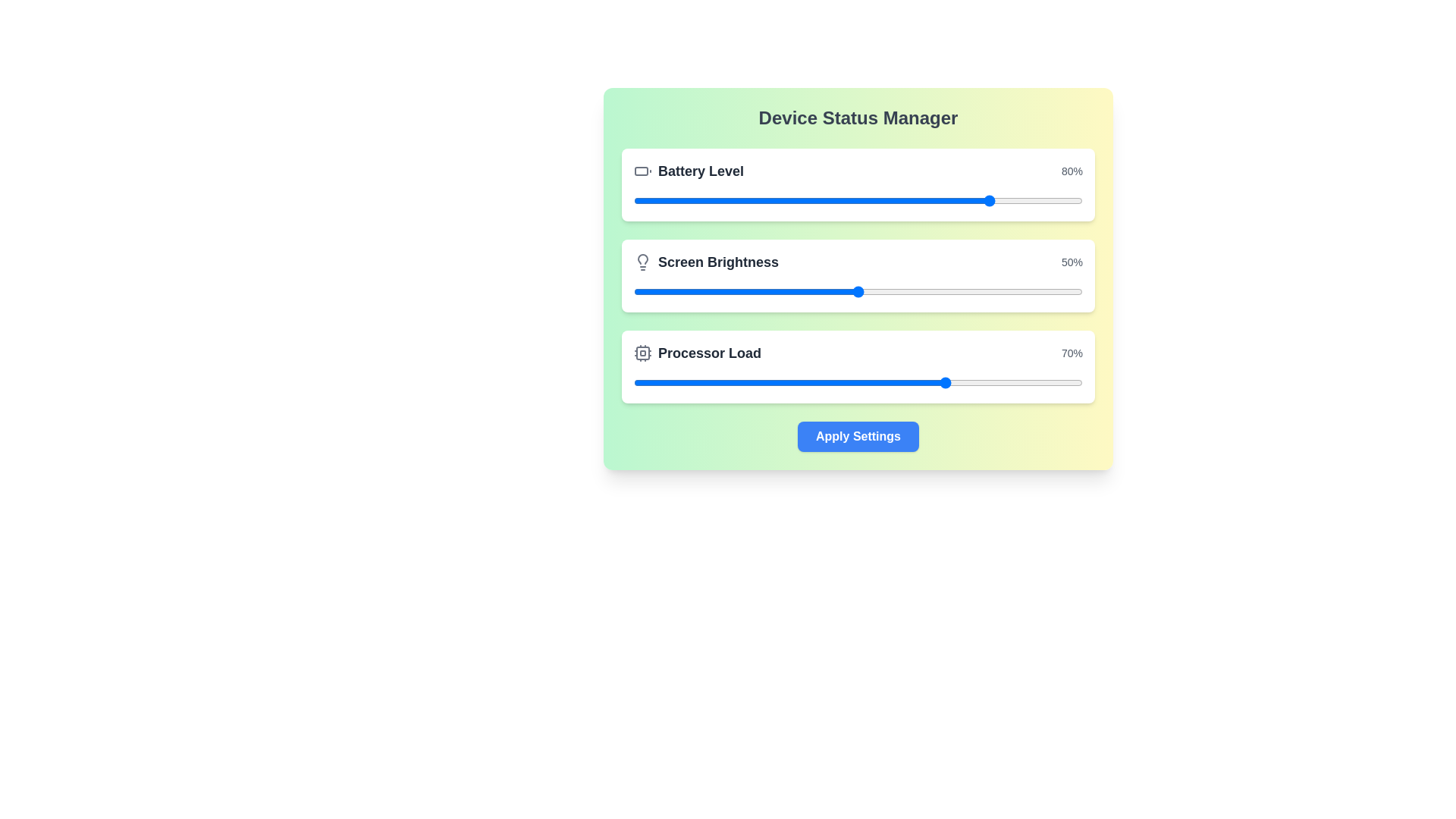  What do you see at coordinates (812, 200) in the screenshot?
I see `the battery level slider` at bounding box center [812, 200].